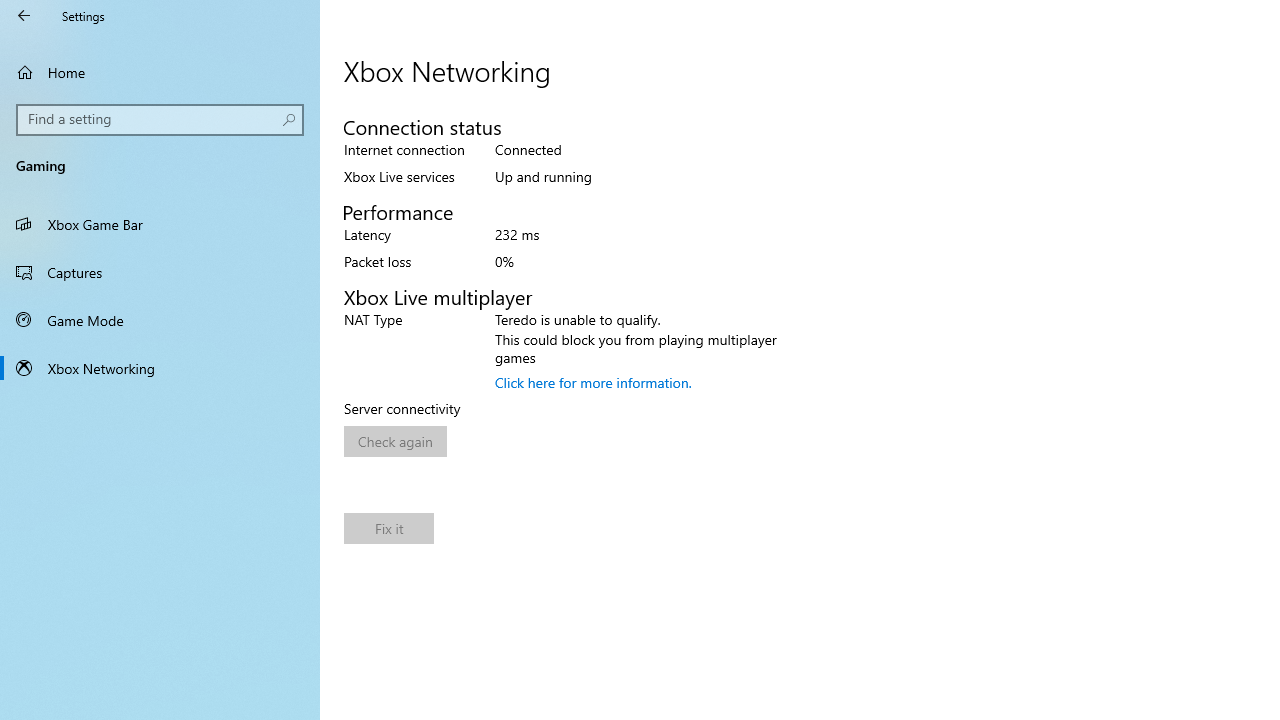 Image resolution: width=1280 pixels, height=720 pixels. What do you see at coordinates (24, 15) in the screenshot?
I see `'Back'` at bounding box center [24, 15].